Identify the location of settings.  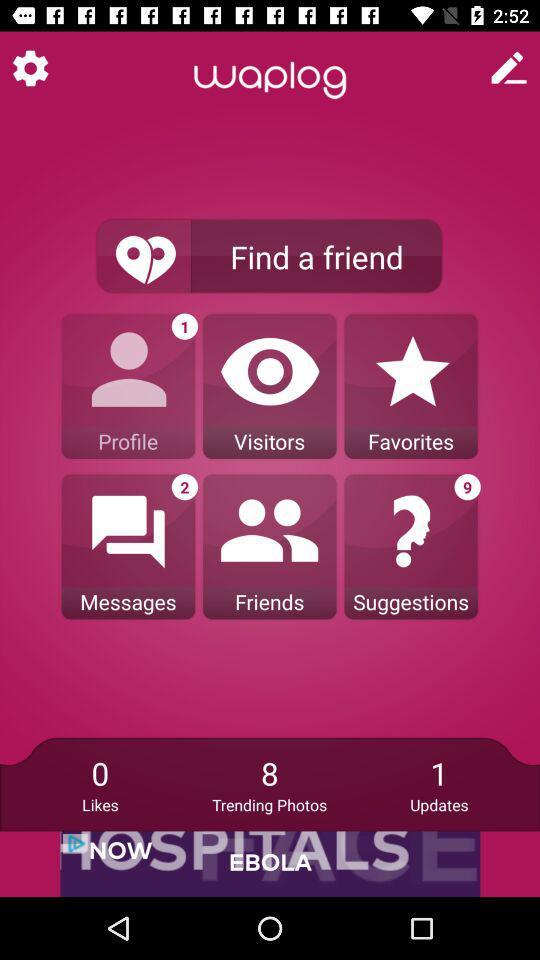
(29, 68).